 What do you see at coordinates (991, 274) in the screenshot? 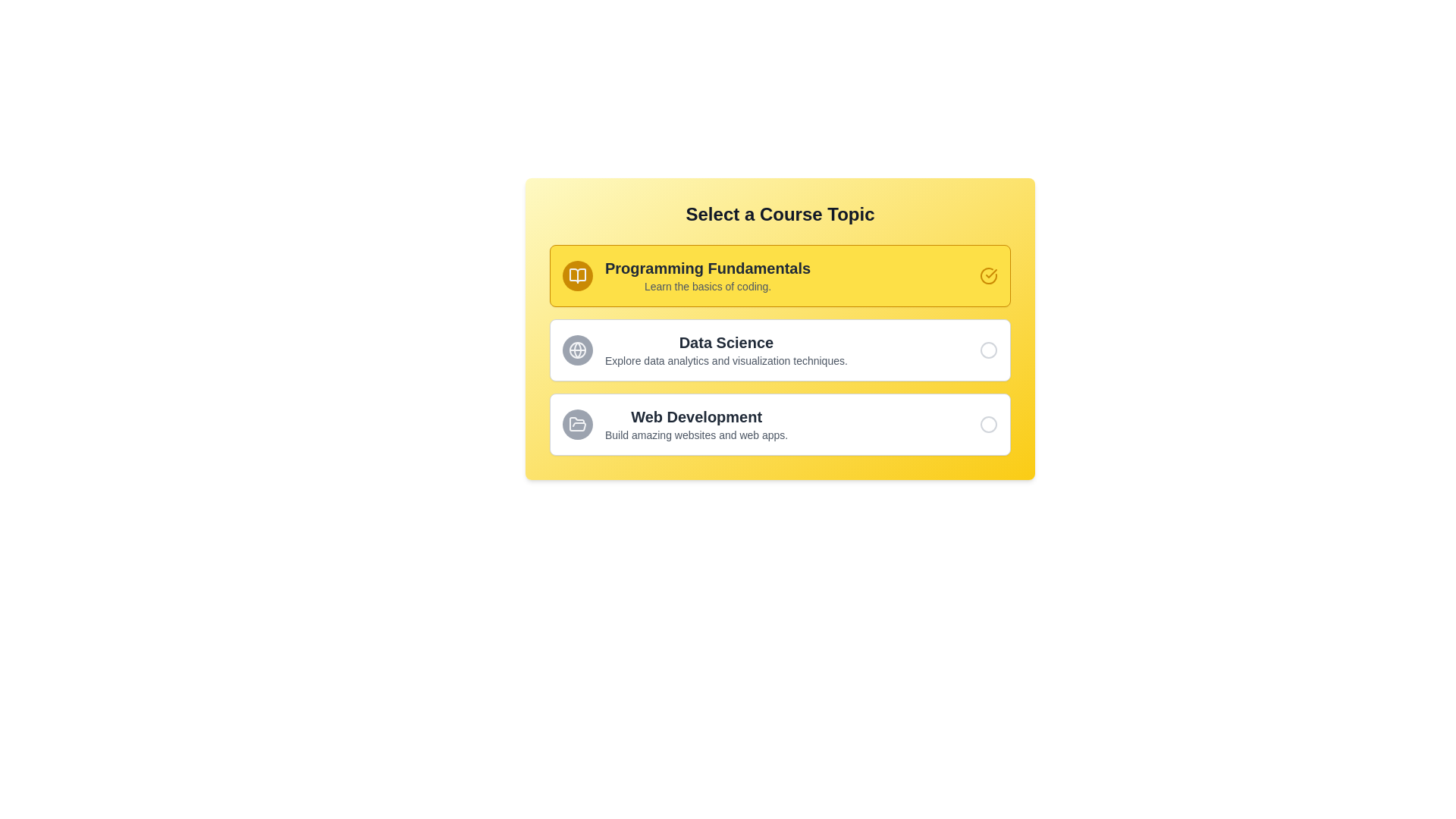
I see `the status of the checkmark icon located in the top-right corner of the 'Programming Fundamentals' button, which signifies completion of the course topic` at bounding box center [991, 274].